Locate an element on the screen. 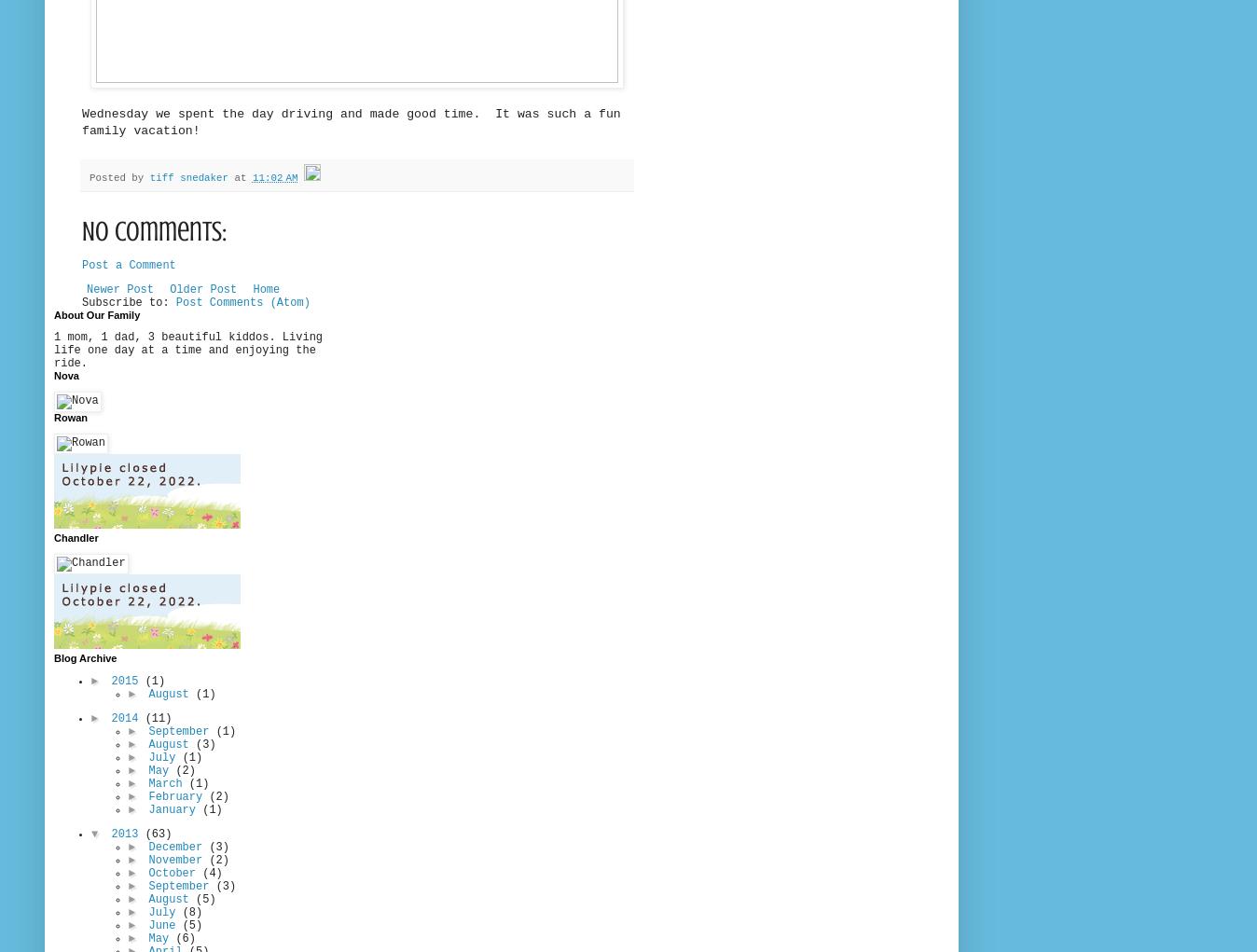  'Nova' is located at coordinates (65, 374).